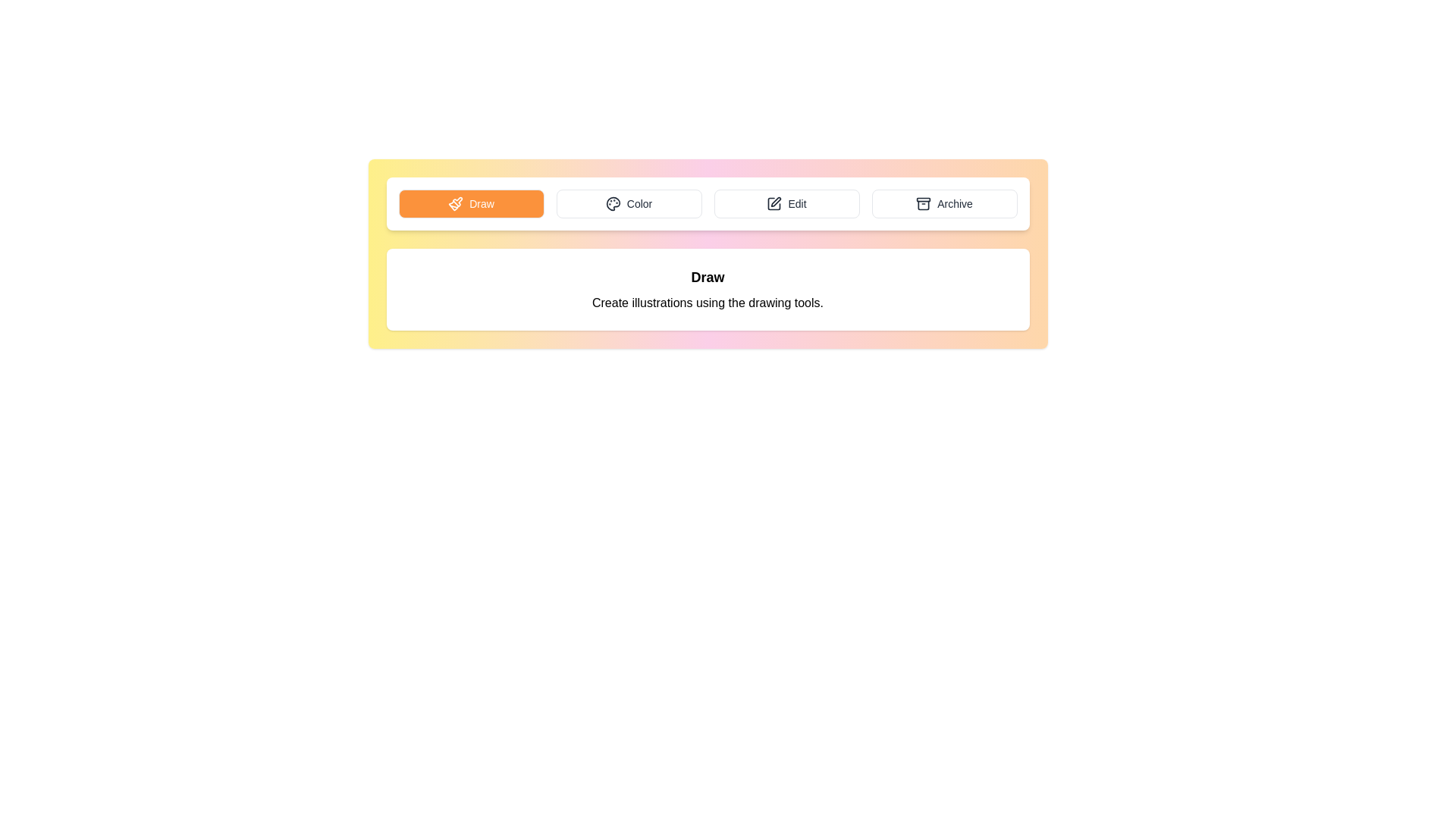 This screenshot has height=819, width=1456. Describe the element at coordinates (943, 203) in the screenshot. I see `the Archive tab by clicking on its button` at that location.